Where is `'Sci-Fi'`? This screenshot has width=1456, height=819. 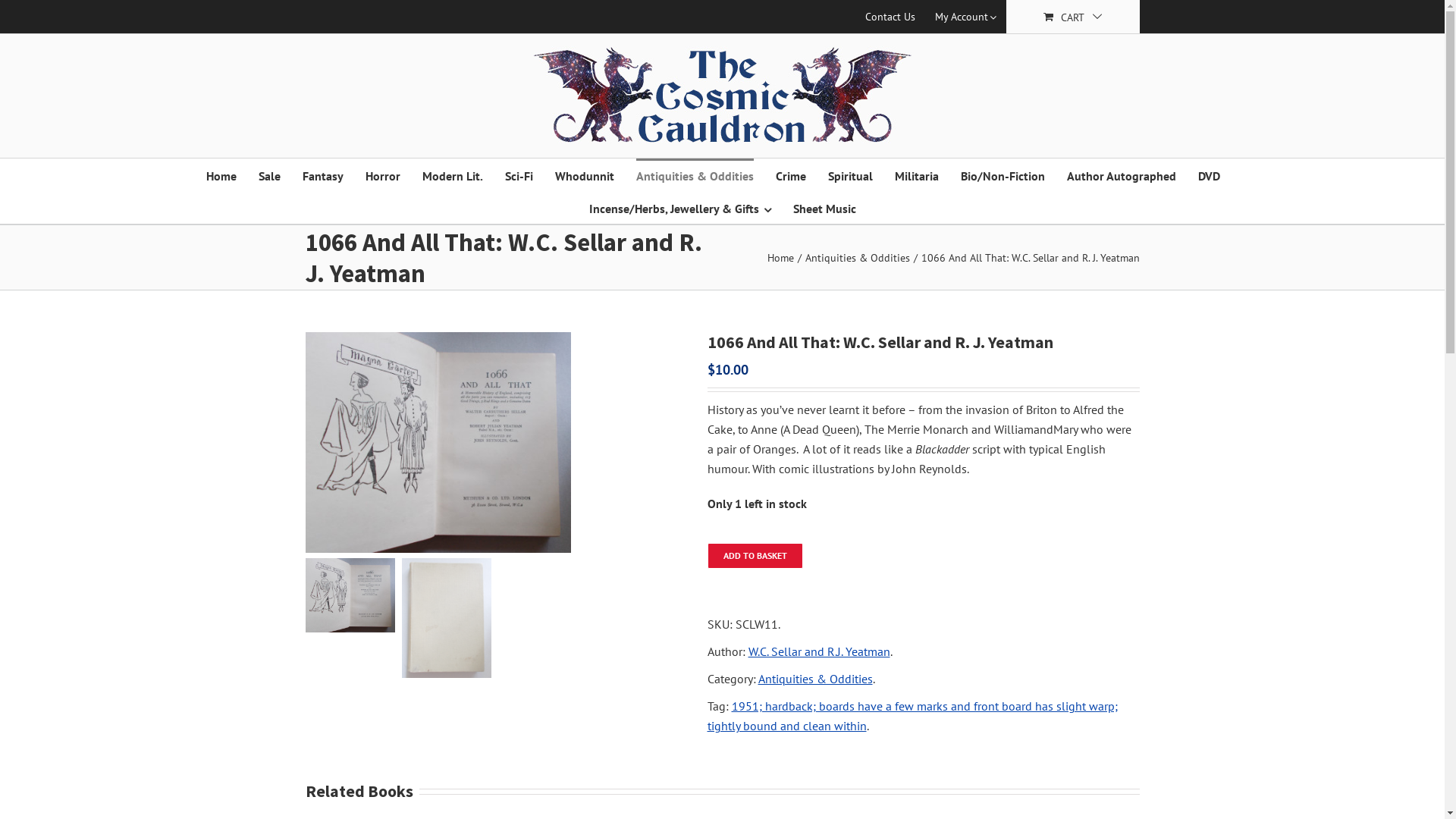 'Sci-Fi' is located at coordinates (519, 174).